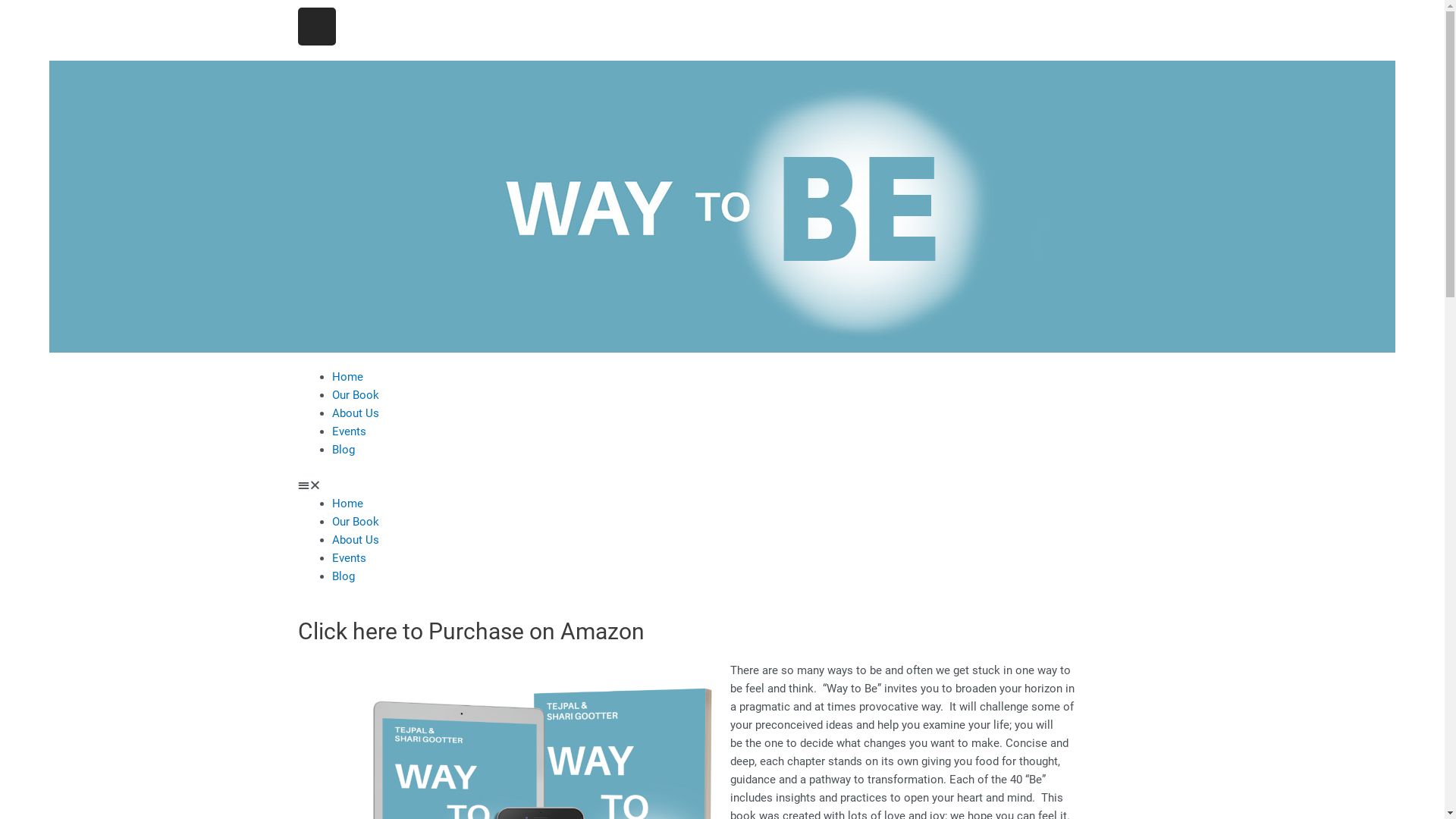 The image size is (1456, 819). Describe the element at coordinates (355, 413) in the screenshot. I see `'About Us'` at that location.